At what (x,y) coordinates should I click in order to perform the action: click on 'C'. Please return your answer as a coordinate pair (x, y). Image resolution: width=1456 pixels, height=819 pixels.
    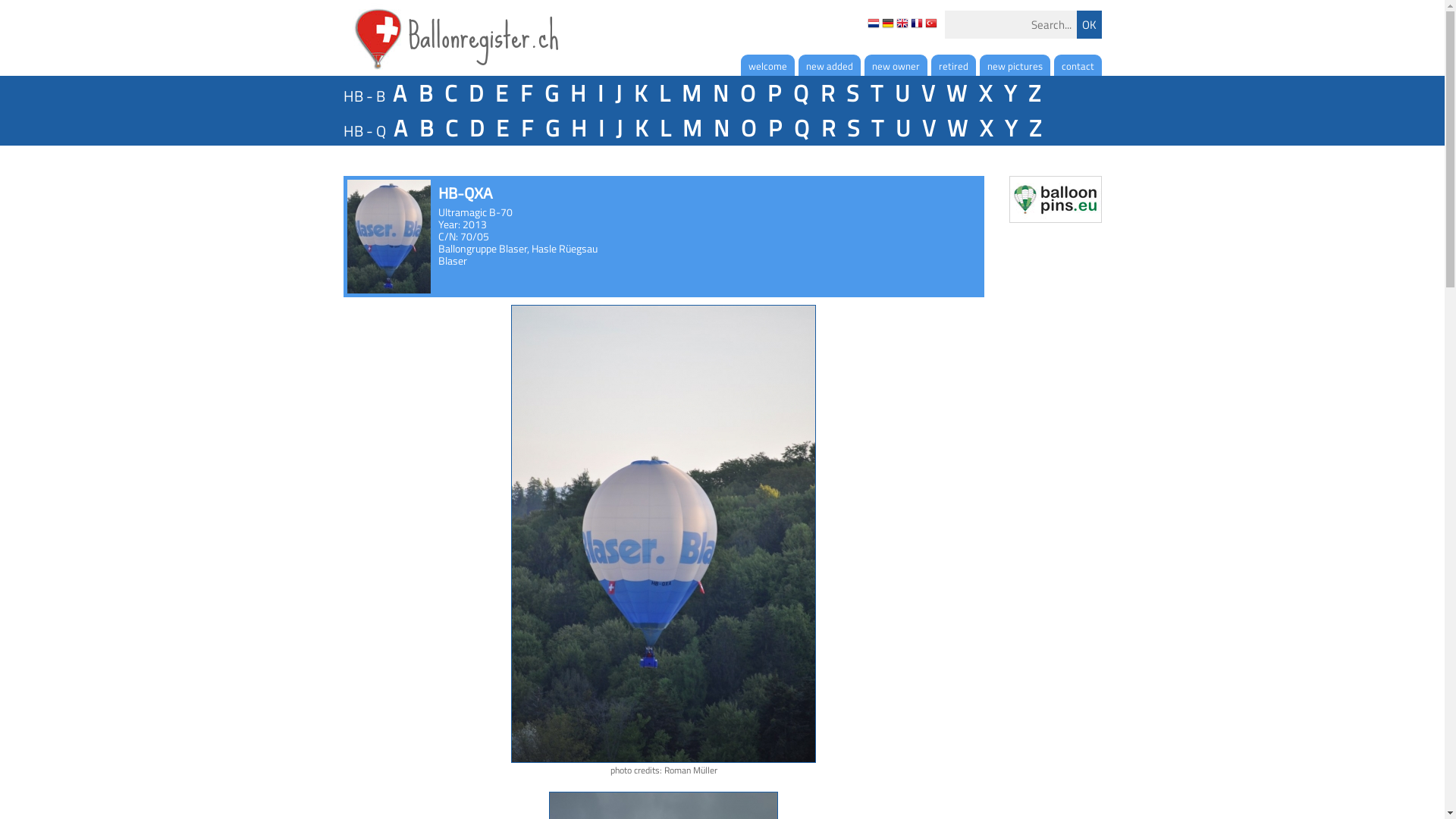
    Looking at the image, I should click on (450, 127).